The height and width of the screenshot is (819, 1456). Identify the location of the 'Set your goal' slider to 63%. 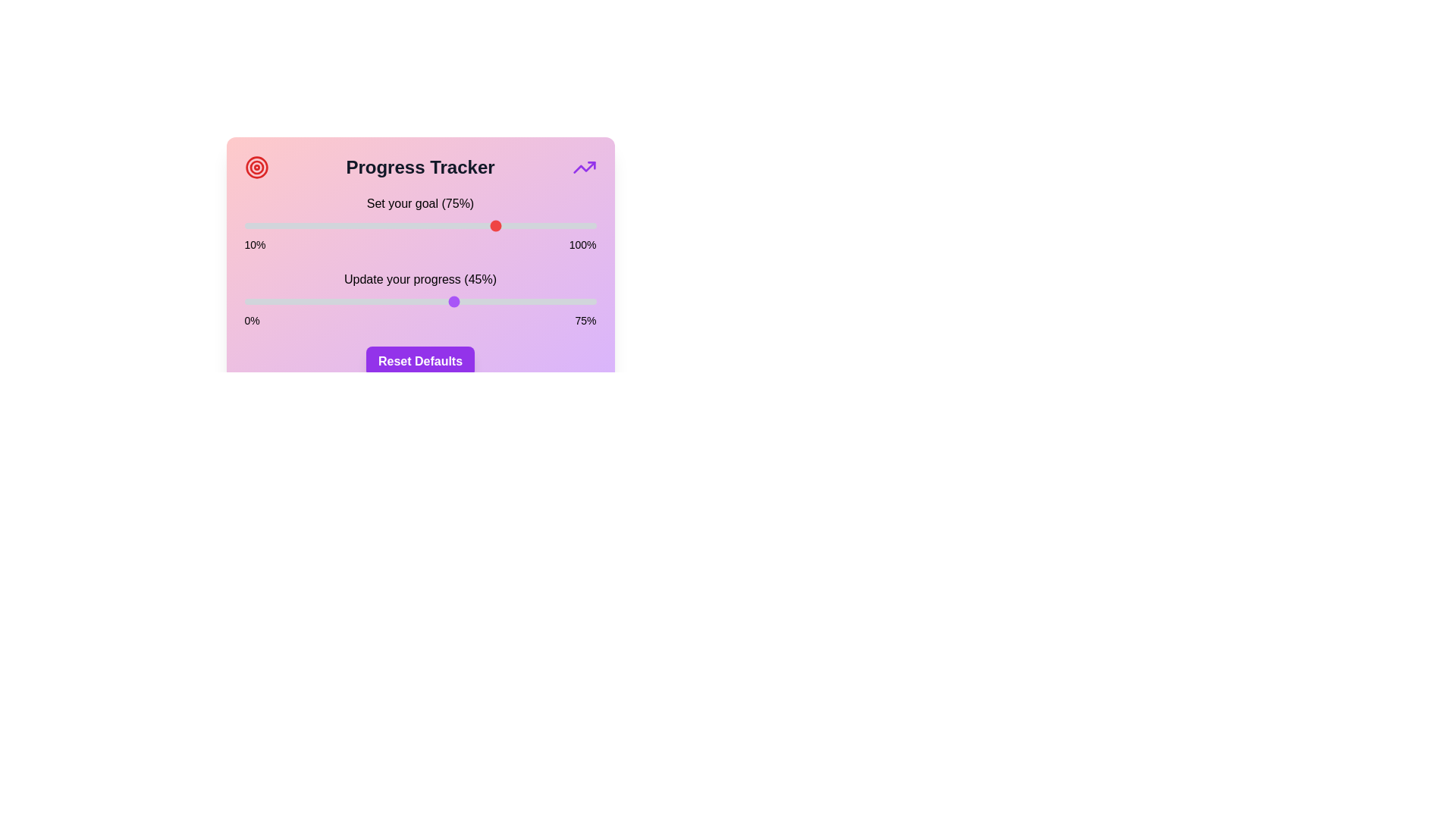
(450, 225).